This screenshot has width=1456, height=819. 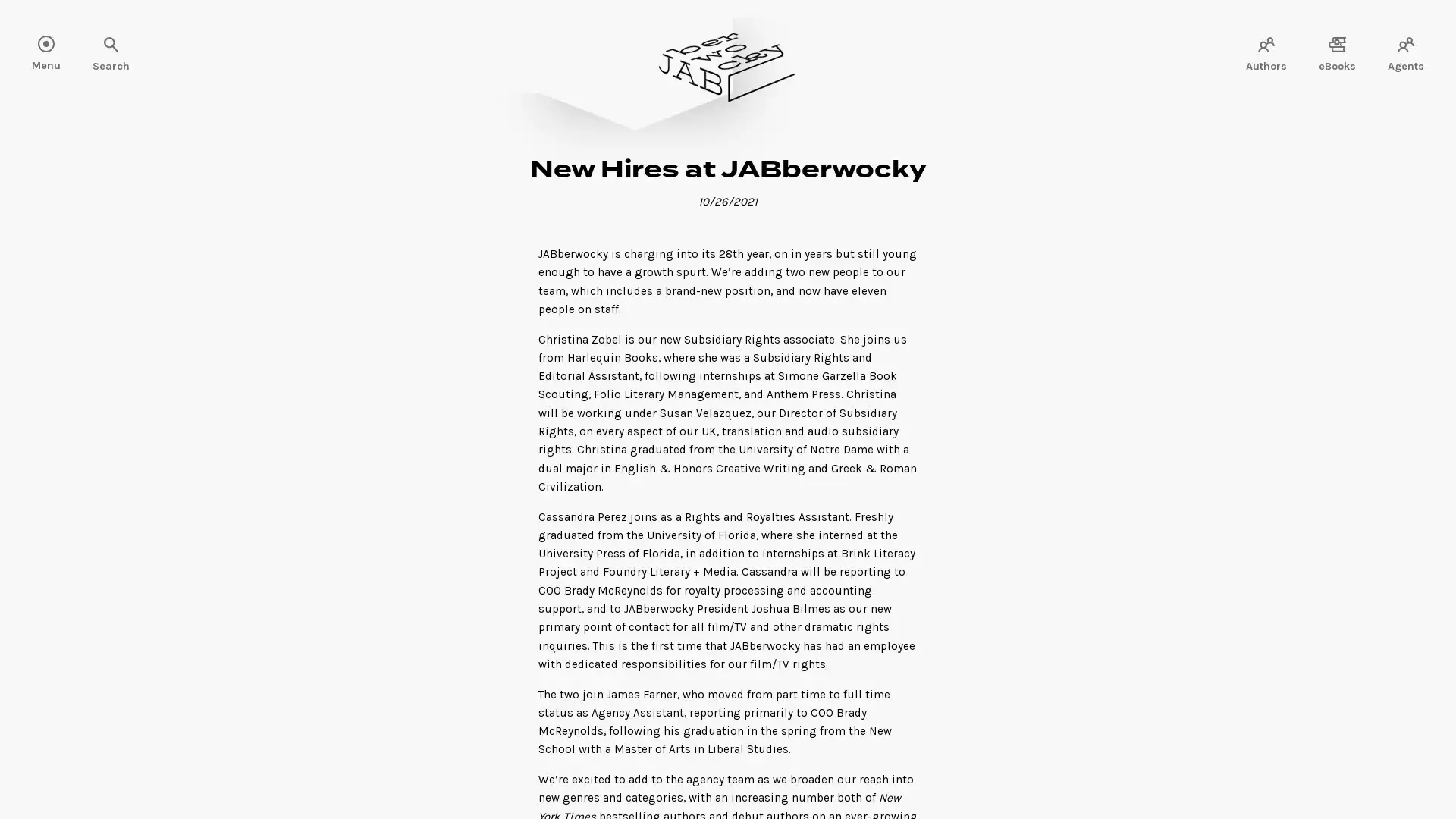 What do you see at coordinates (61, 45) in the screenshot?
I see `Search` at bounding box center [61, 45].